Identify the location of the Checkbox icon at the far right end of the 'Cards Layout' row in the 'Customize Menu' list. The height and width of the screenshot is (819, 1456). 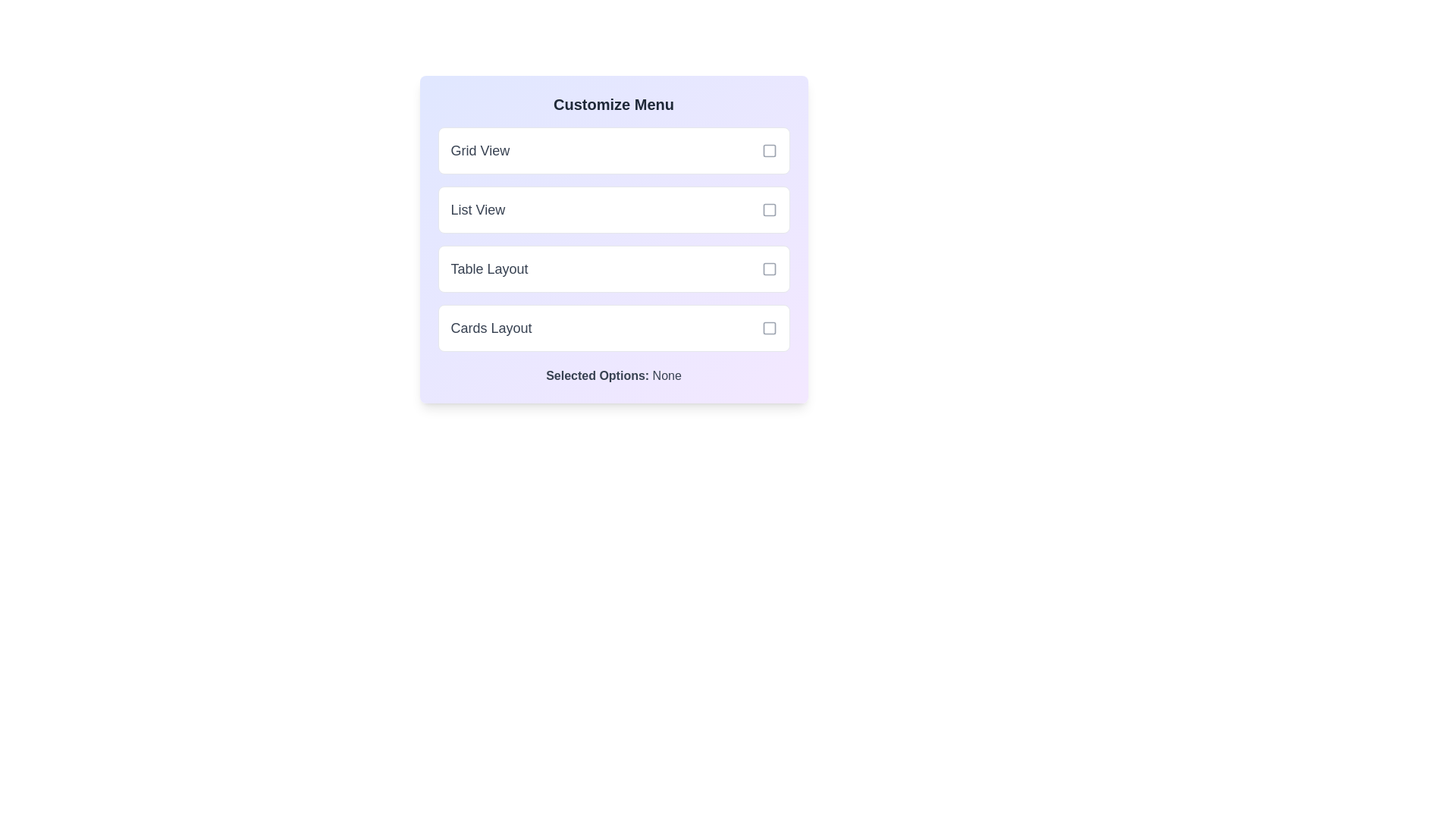
(769, 327).